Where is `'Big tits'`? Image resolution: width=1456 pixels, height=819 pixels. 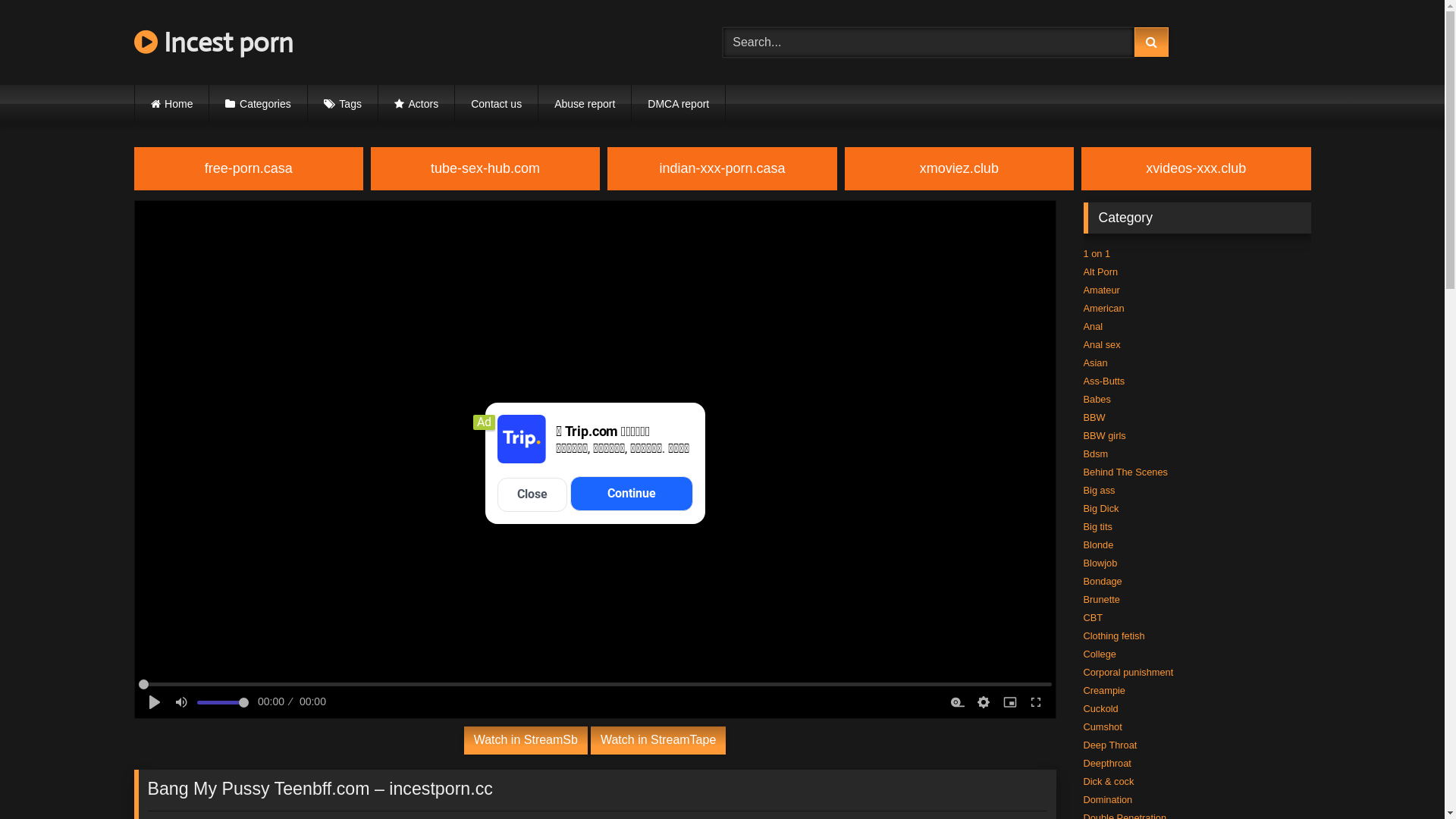 'Big tits' is located at coordinates (1097, 526).